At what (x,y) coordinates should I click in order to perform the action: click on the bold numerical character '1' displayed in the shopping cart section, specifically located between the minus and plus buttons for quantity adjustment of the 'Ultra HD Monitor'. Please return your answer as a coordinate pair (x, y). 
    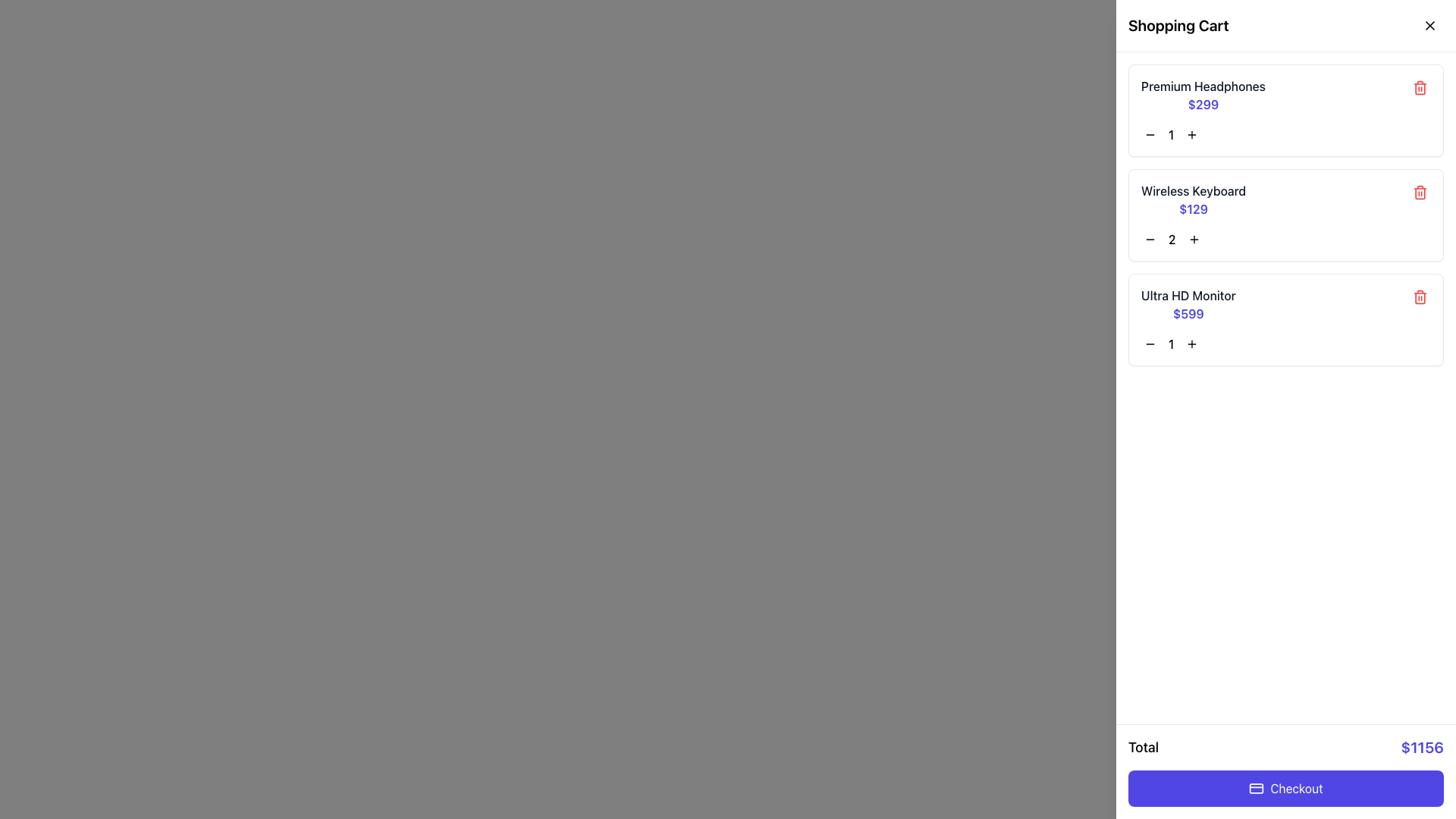
    Looking at the image, I should click on (1170, 133).